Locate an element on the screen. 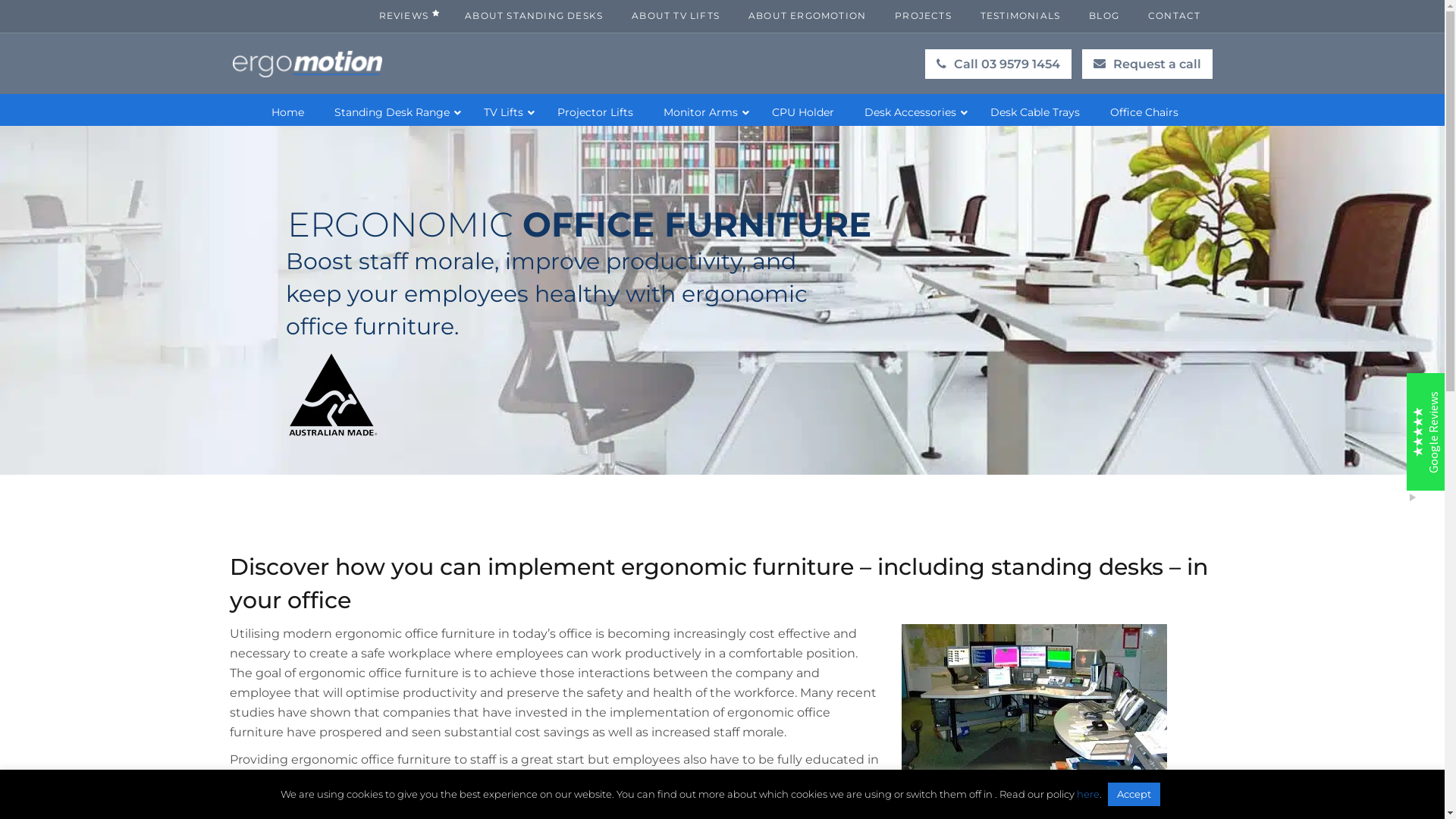 Image resolution: width=1456 pixels, height=819 pixels. 'Request a call' is located at coordinates (1147, 63).